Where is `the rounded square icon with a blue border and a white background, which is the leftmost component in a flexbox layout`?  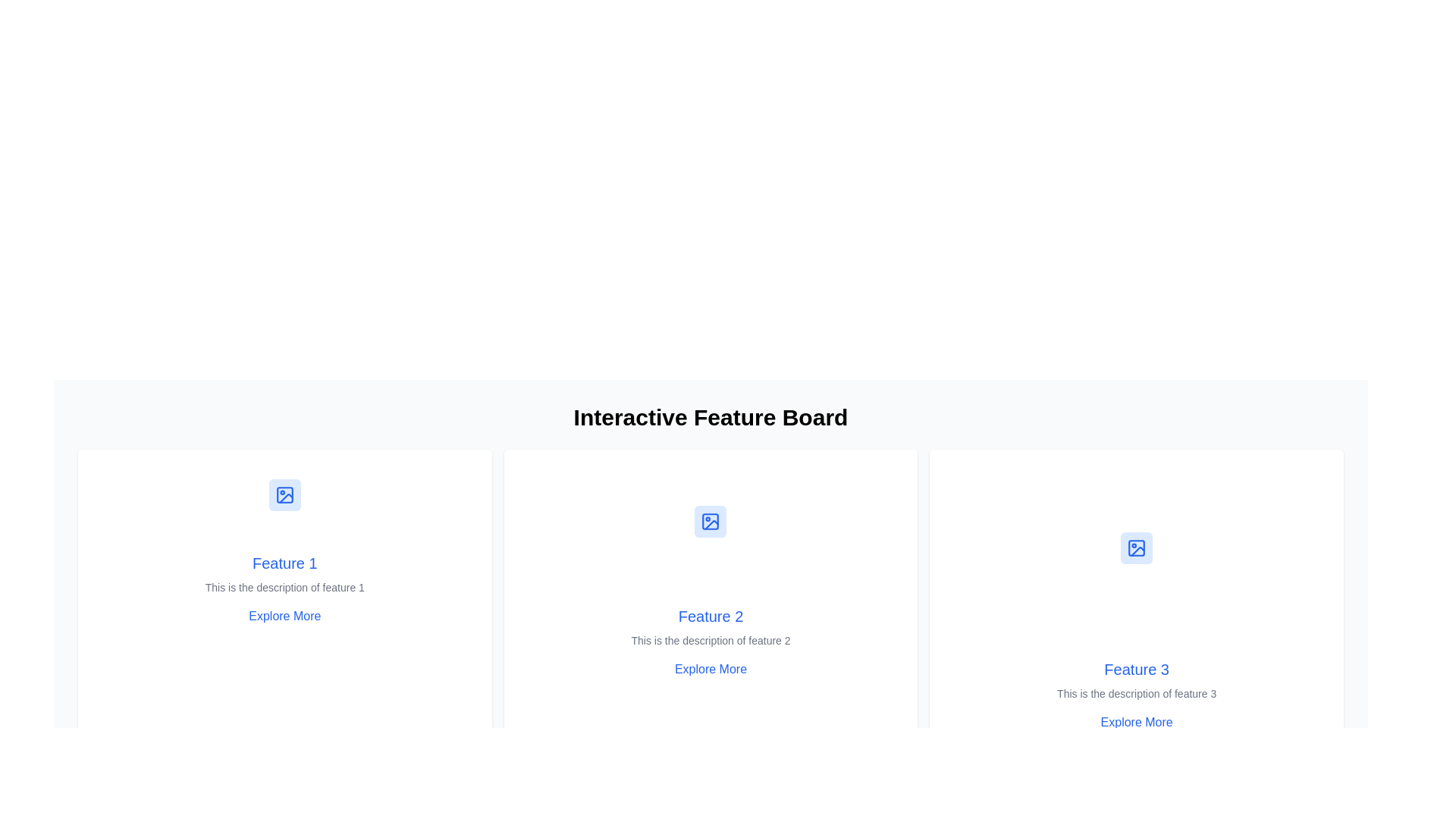 the rounded square icon with a blue border and a white background, which is the leftmost component in a flexbox layout is located at coordinates (1137, 548).